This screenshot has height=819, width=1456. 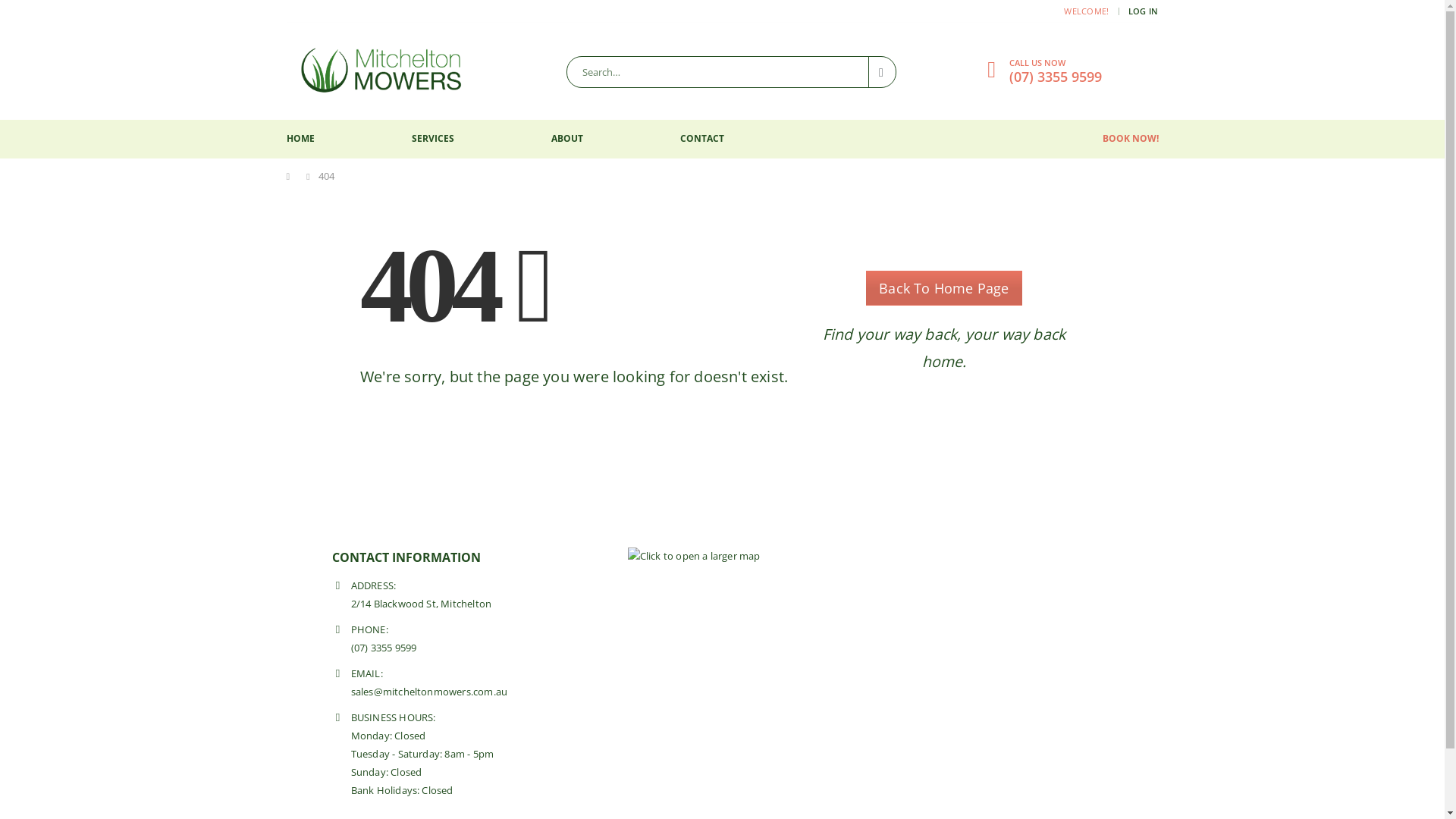 I want to click on 'Click to open a larger map', so click(x=693, y=555).